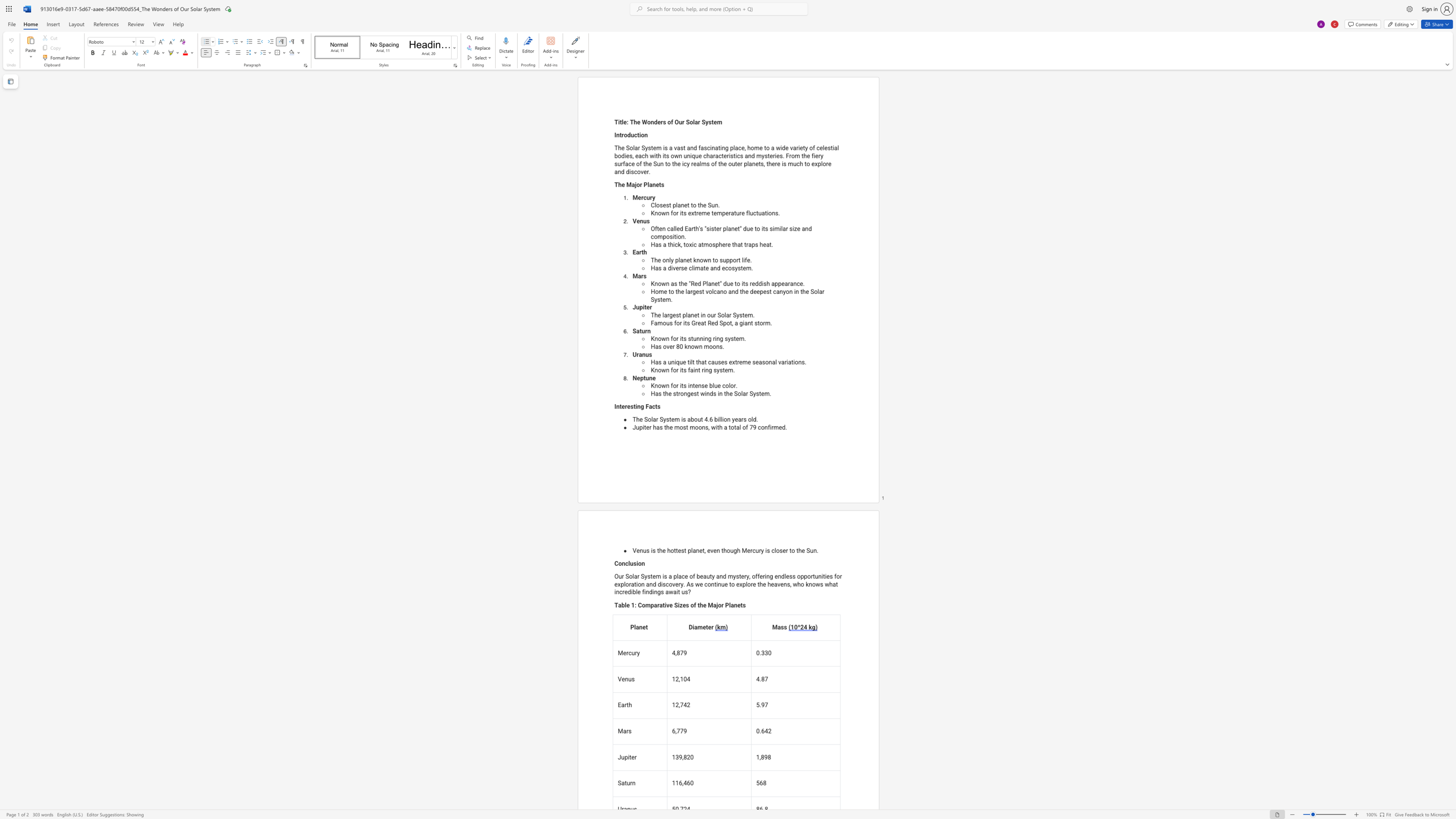 Image resolution: width=1456 pixels, height=819 pixels. I want to click on the space between the continuous character "t" and "s" in the text, so click(657, 406).